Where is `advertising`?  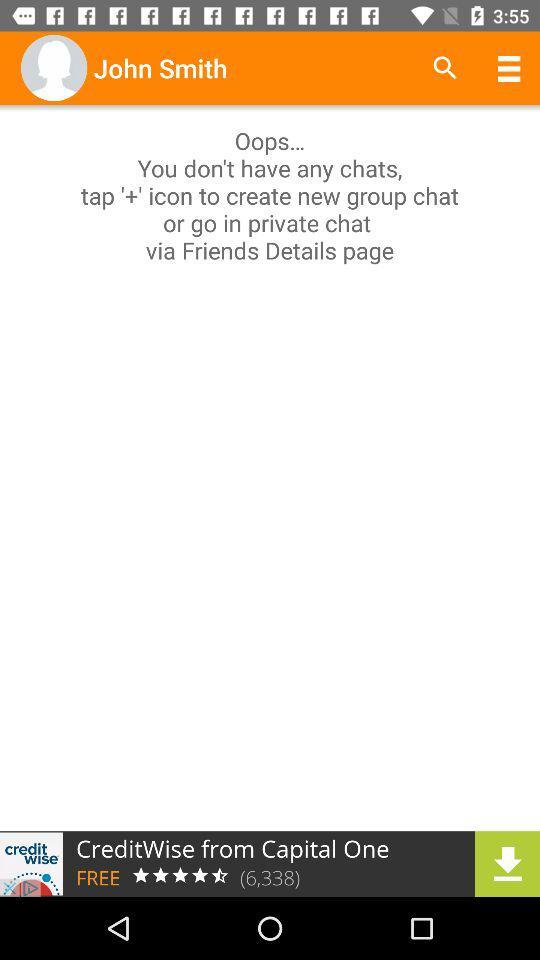 advertising is located at coordinates (270, 863).